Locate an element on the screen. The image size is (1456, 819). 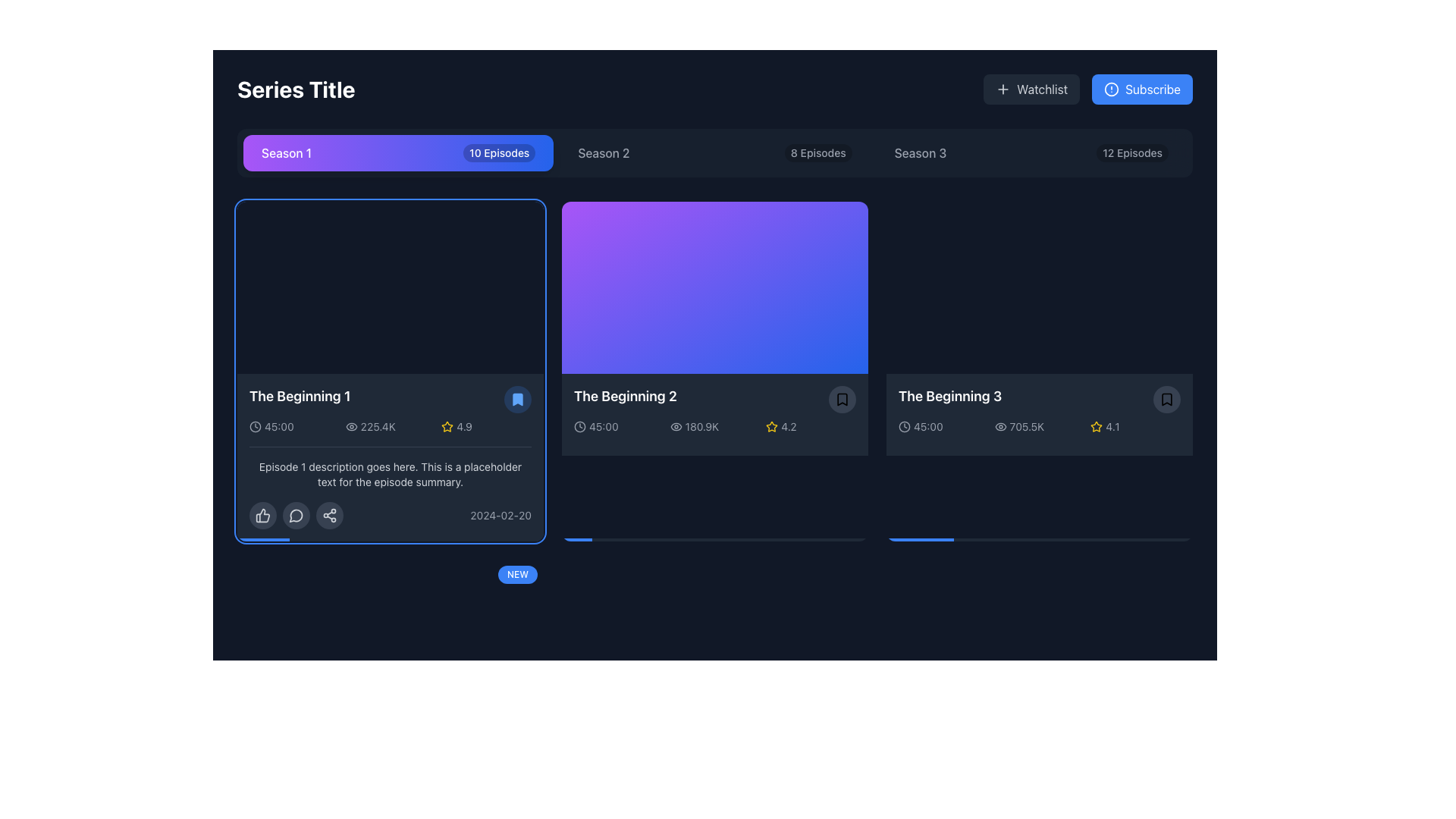
the text display representing the duration of the episode located near the top-left of the episode details block for 'The Beginning 1', which is the first textual part in a row containing an icon and other details is located at coordinates (279, 427).